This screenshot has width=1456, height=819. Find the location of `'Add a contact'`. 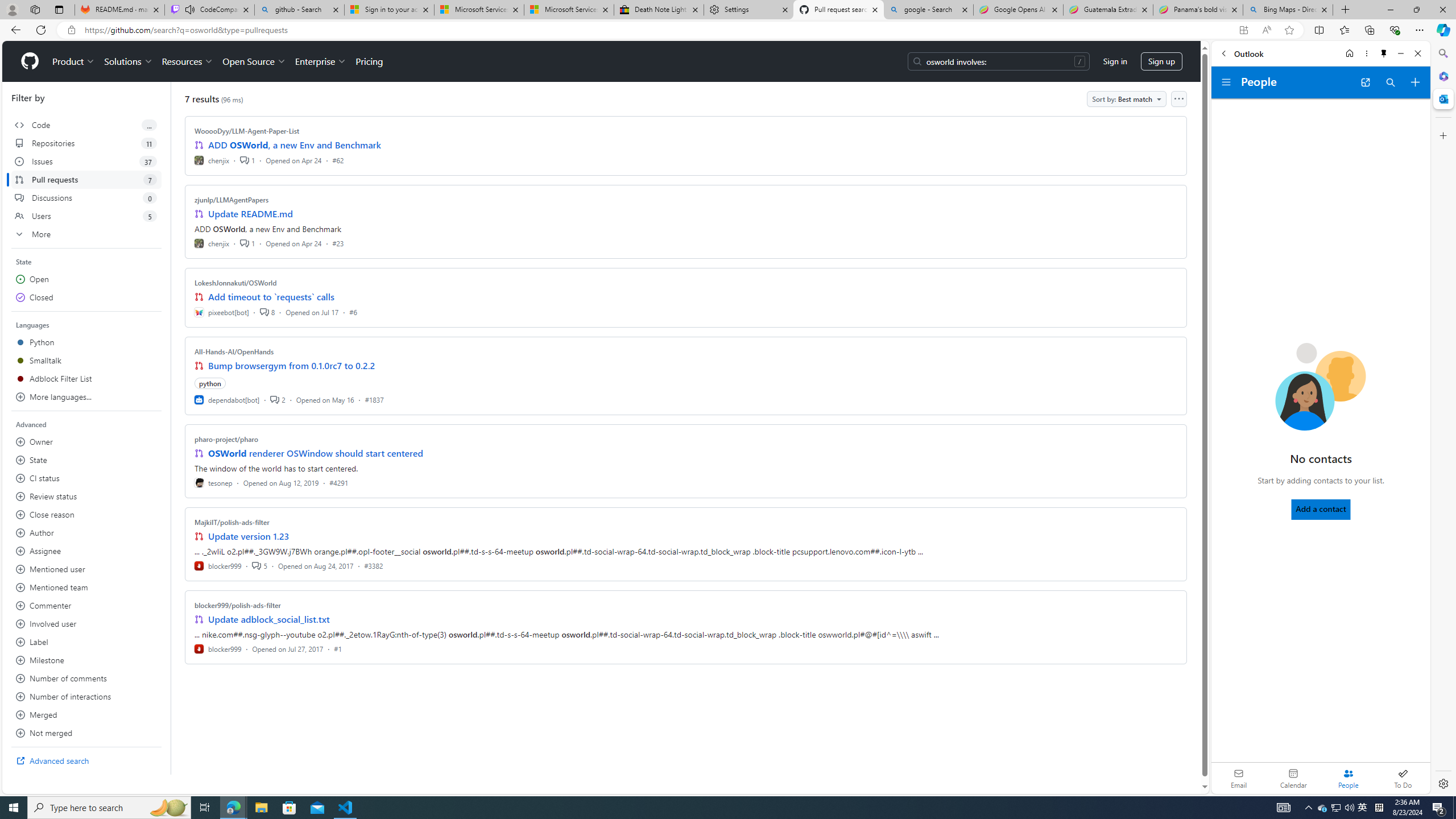

'Add a contact' is located at coordinates (1321, 509).